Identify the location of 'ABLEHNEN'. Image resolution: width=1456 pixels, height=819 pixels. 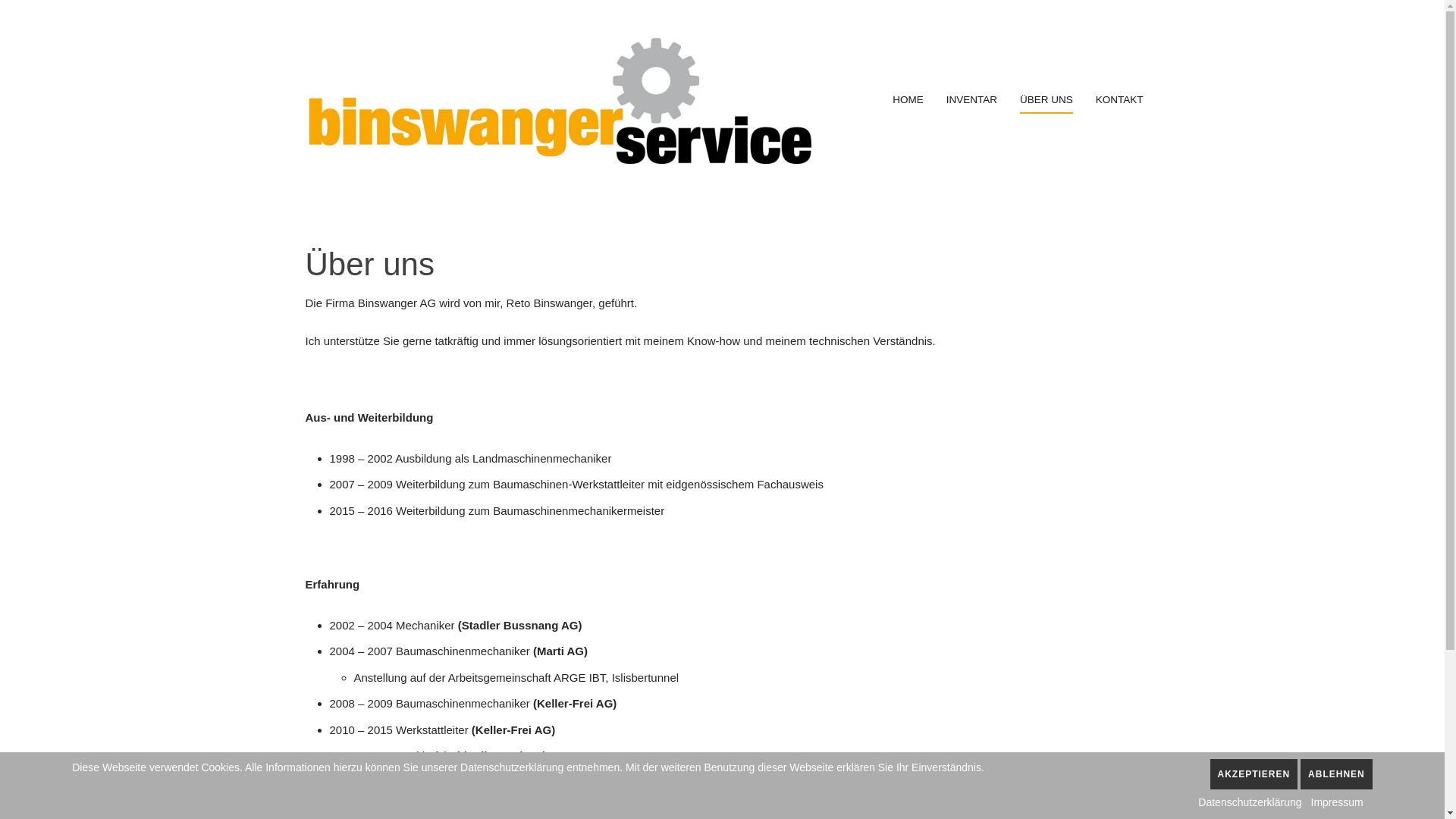
(1299, 774).